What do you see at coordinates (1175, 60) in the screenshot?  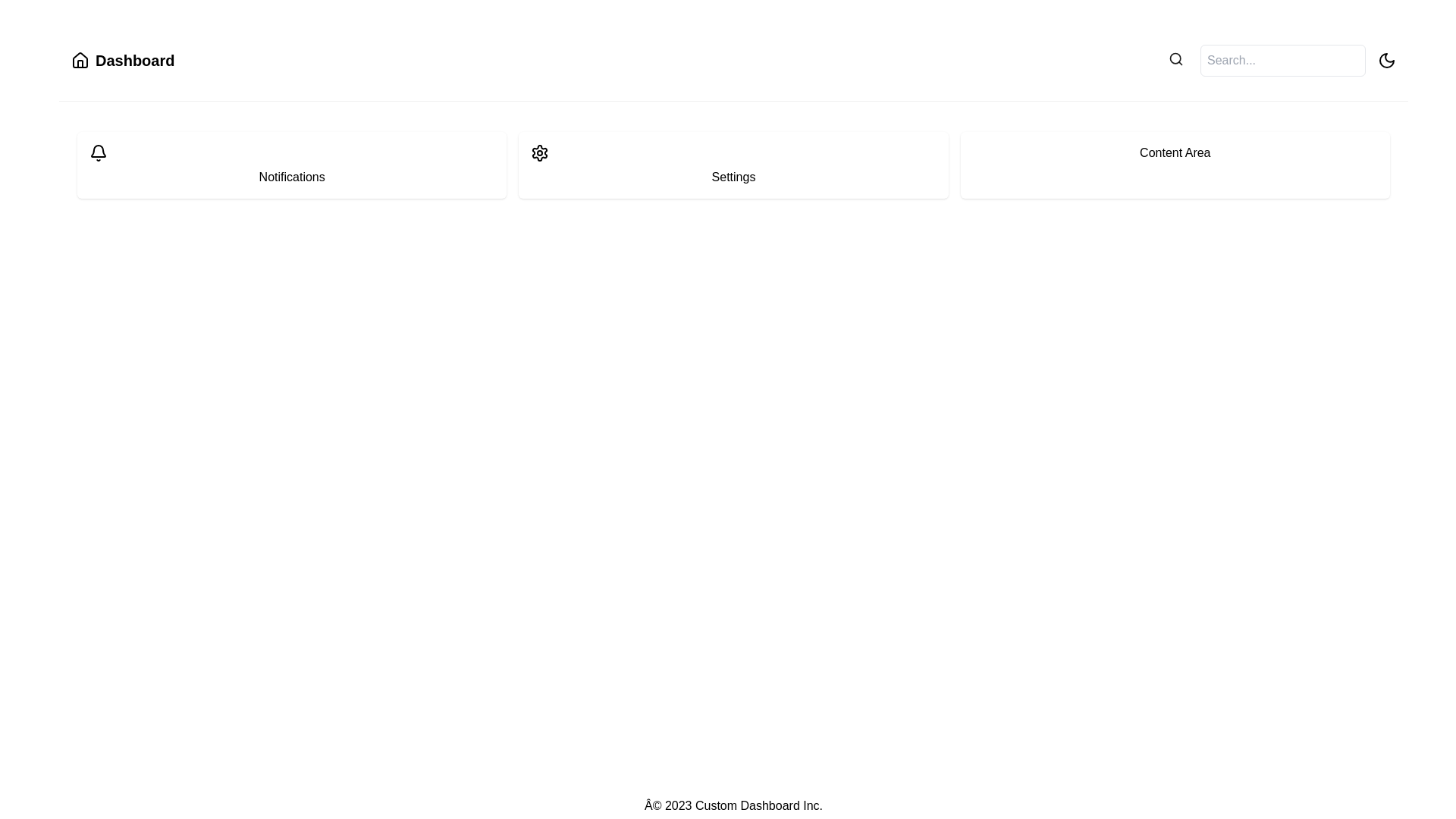 I see `the search icon located at the top-right corner of the header bar to initiate a search action` at bounding box center [1175, 60].